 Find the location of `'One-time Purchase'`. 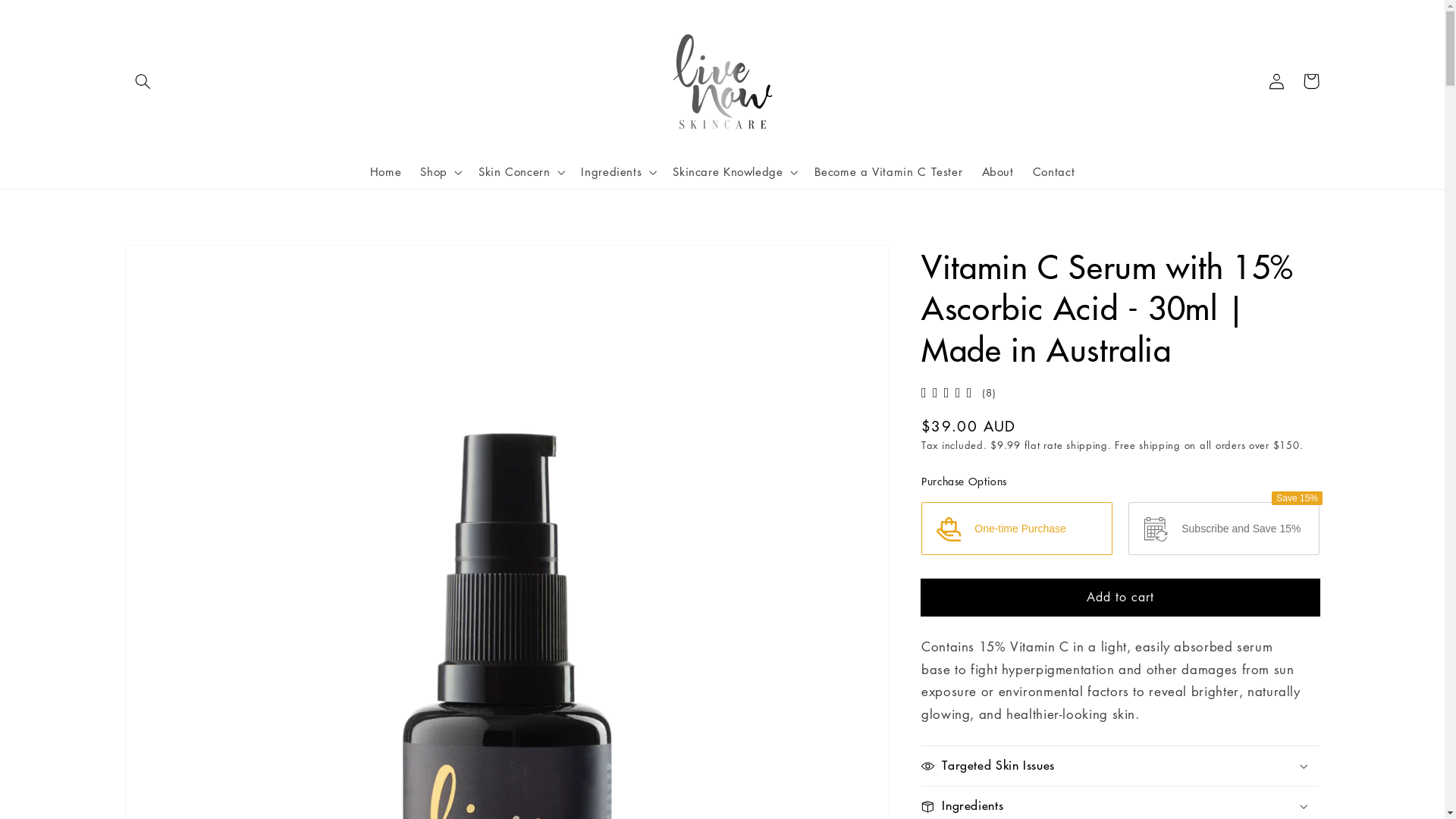

'One-time Purchase' is located at coordinates (920, 529).